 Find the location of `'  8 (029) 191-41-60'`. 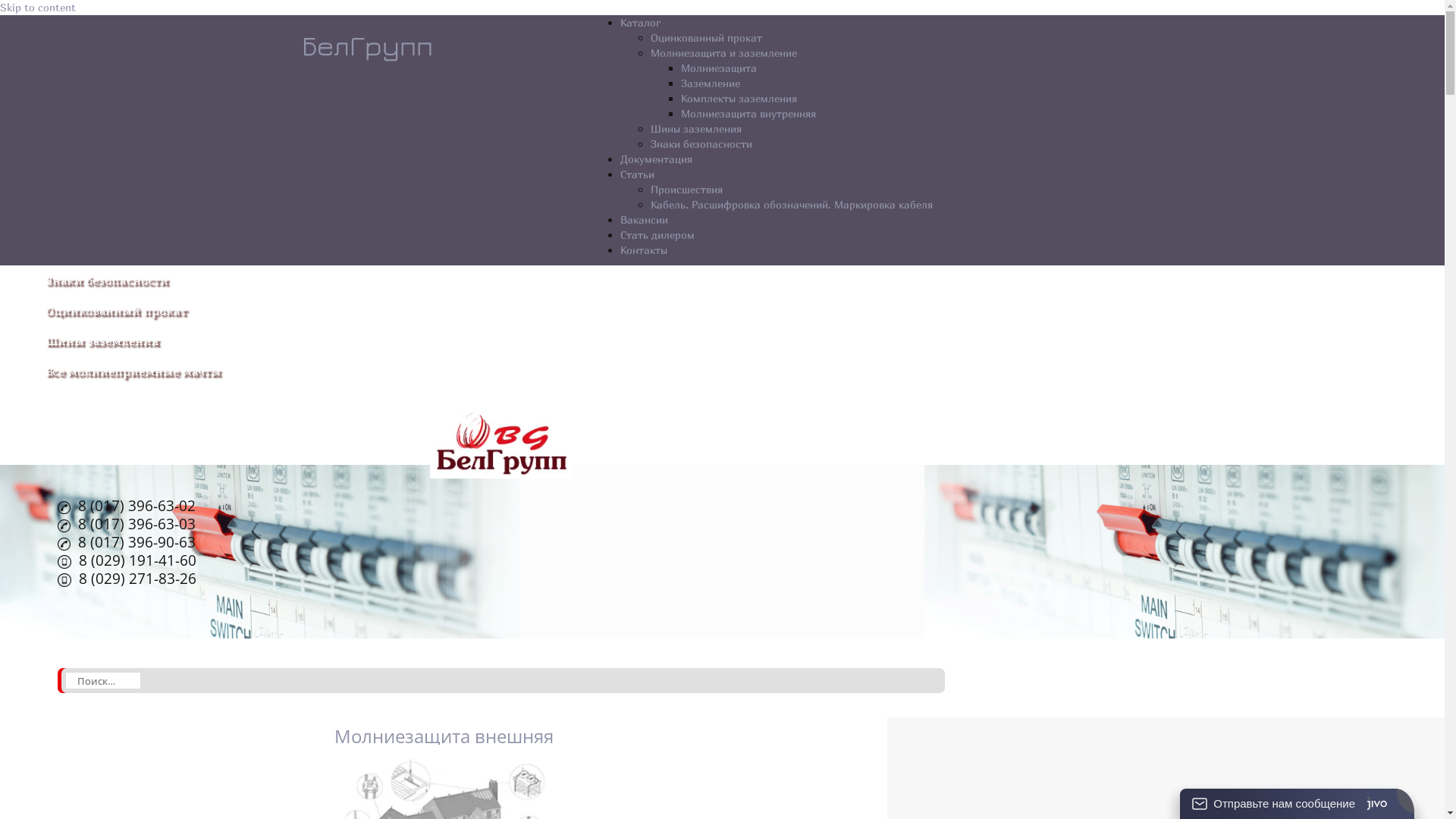

'  8 (029) 191-41-60' is located at coordinates (127, 561).